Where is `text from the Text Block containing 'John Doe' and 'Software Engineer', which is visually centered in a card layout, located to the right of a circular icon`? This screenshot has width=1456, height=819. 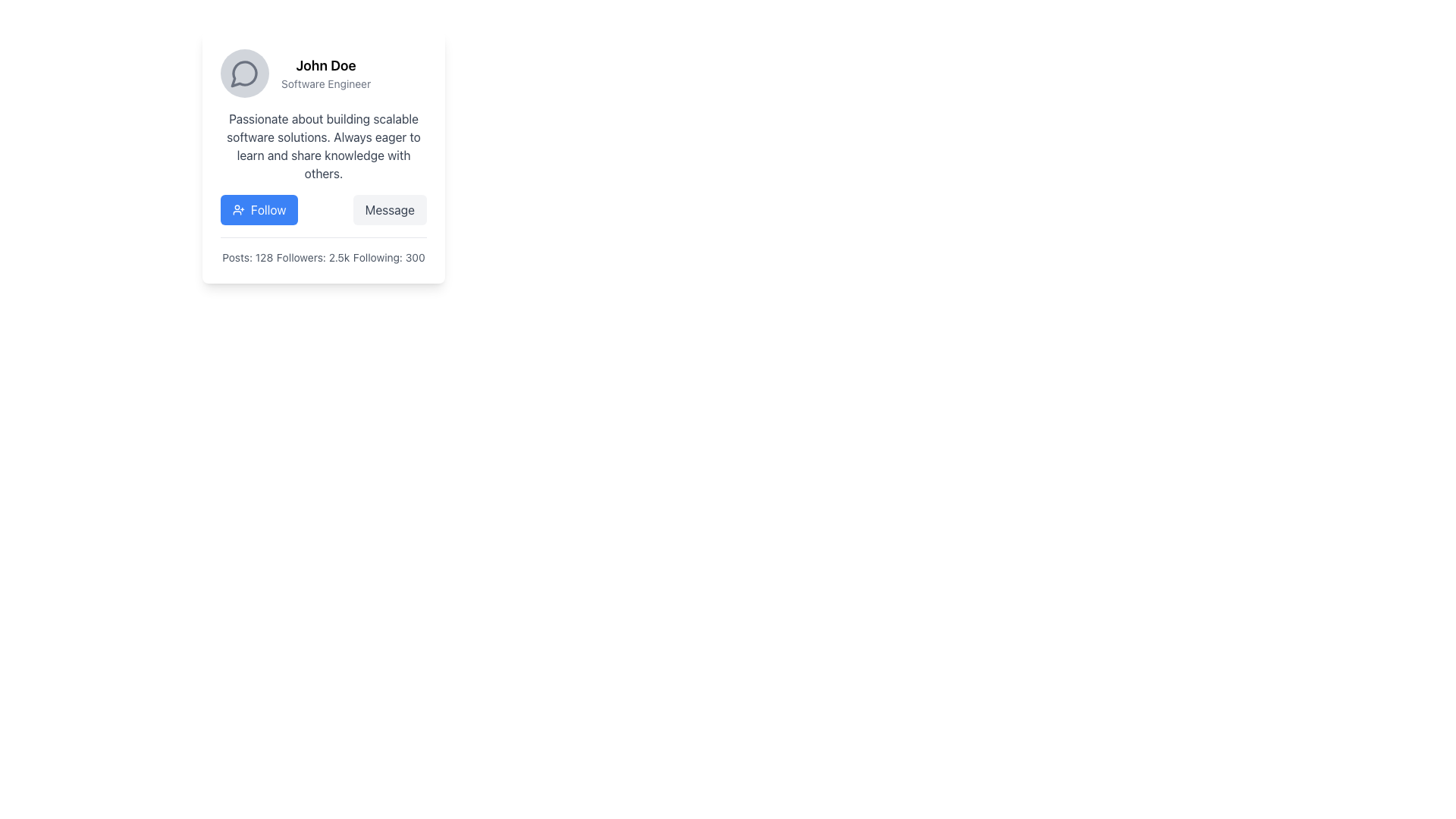
text from the Text Block containing 'John Doe' and 'Software Engineer', which is visually centered in a card layout, located to the right of a circular icon is located at coordinates (325, 73).